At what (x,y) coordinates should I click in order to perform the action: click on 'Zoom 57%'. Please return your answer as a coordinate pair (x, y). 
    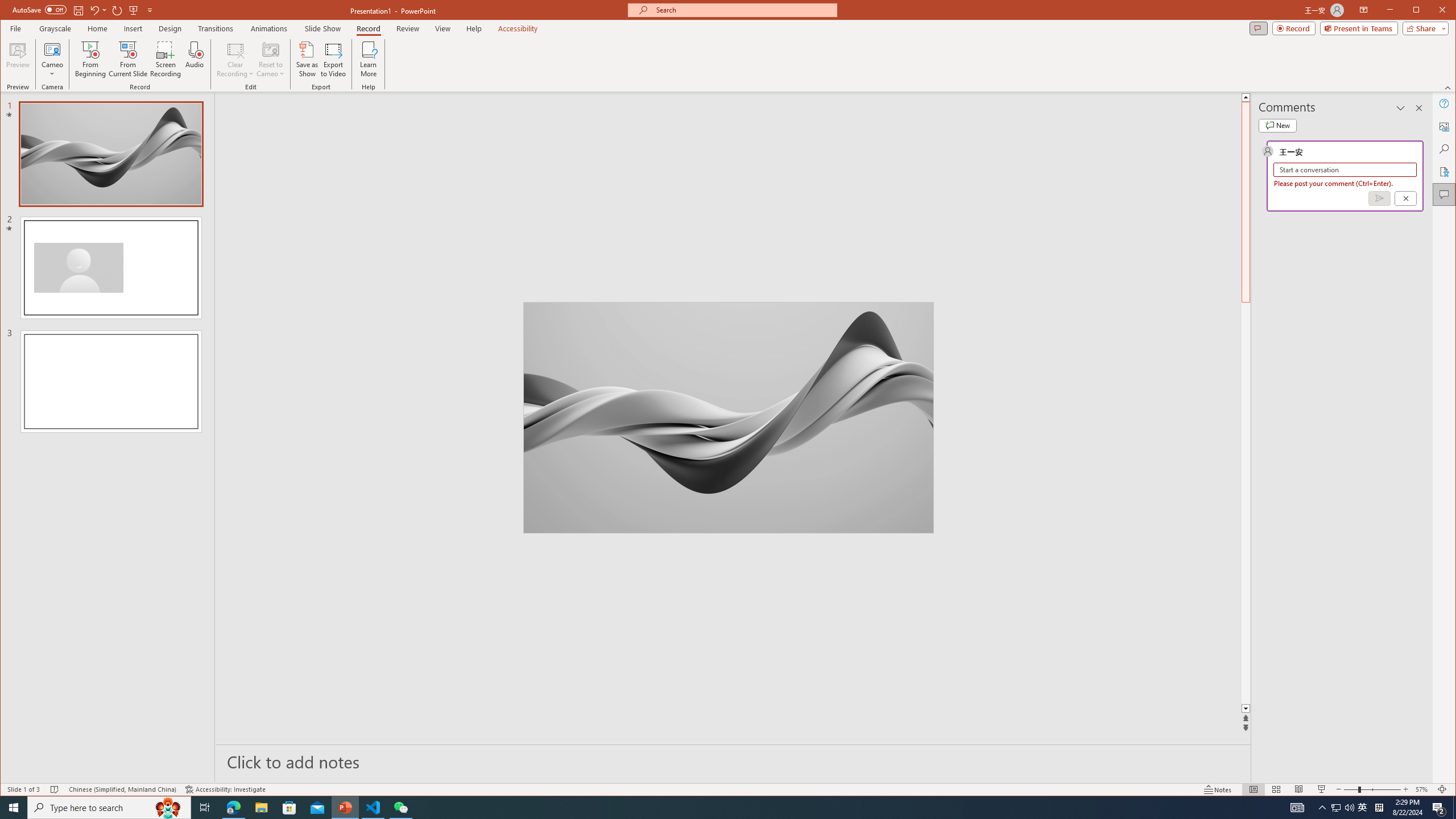
    Looking at the image, I should click on (1423, 789).